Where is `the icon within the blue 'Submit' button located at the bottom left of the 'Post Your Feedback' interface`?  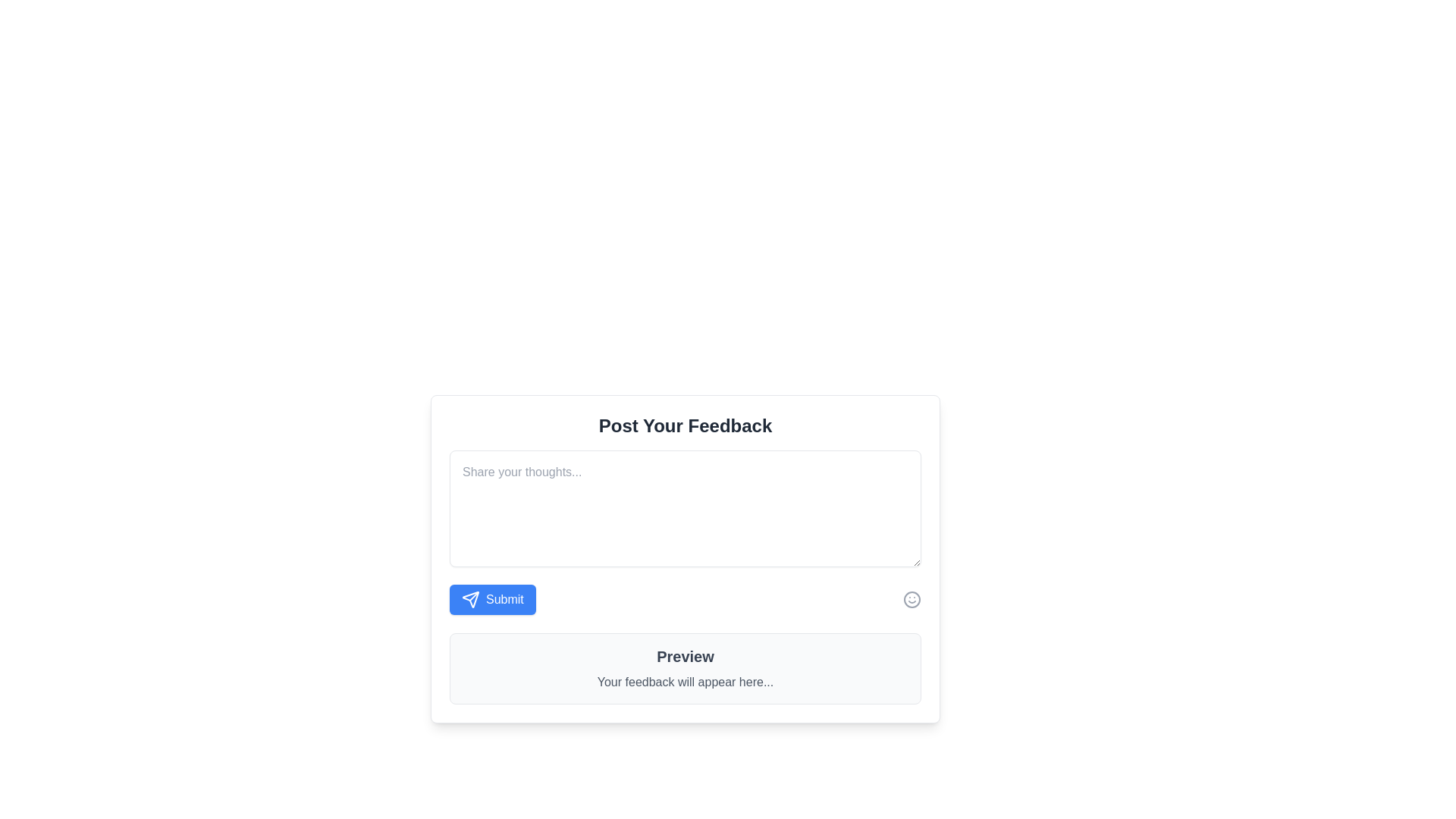 the icon within the blue 'Submit' button located at the bottom left of the 'Post Your Feedback' interface is located at coordinates (469, 598).